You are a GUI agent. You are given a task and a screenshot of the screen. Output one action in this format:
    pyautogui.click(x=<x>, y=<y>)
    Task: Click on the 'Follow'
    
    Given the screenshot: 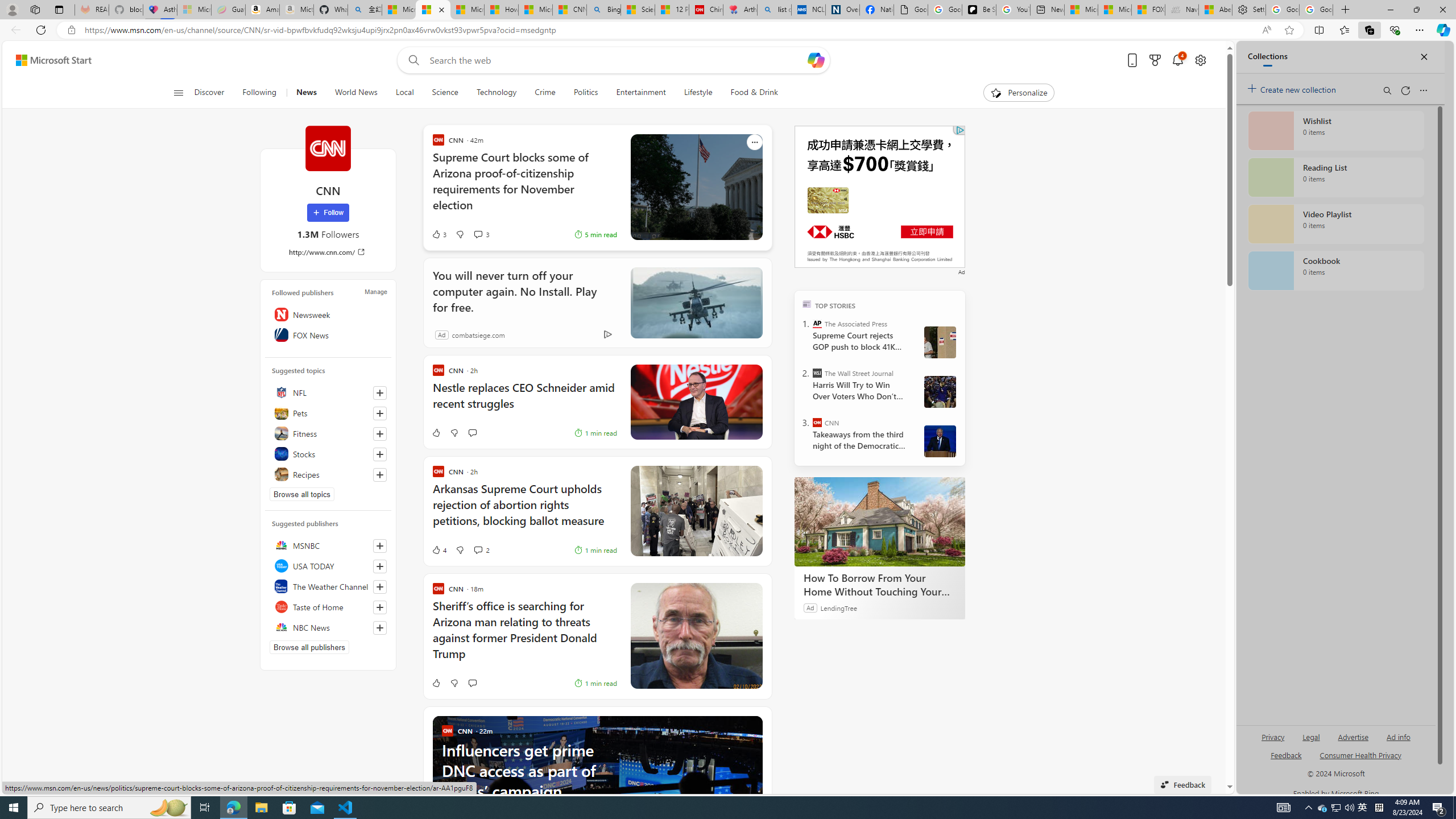 What is the action you would take?
    pyautogui.click(x=328, y=213)
    